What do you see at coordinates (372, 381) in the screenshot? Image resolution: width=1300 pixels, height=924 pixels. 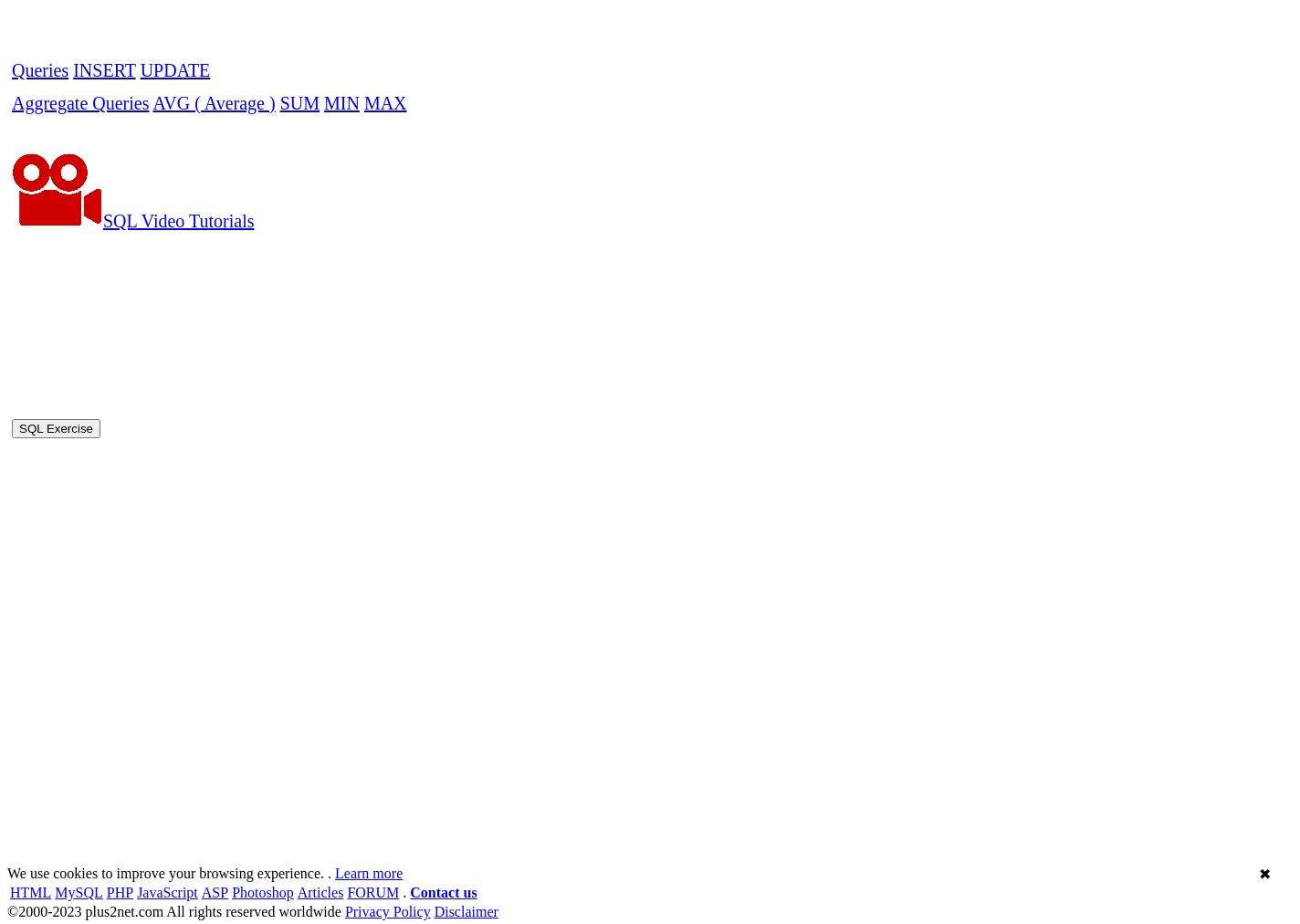 I see `'FORUM'` at bounding box center [372, 381].